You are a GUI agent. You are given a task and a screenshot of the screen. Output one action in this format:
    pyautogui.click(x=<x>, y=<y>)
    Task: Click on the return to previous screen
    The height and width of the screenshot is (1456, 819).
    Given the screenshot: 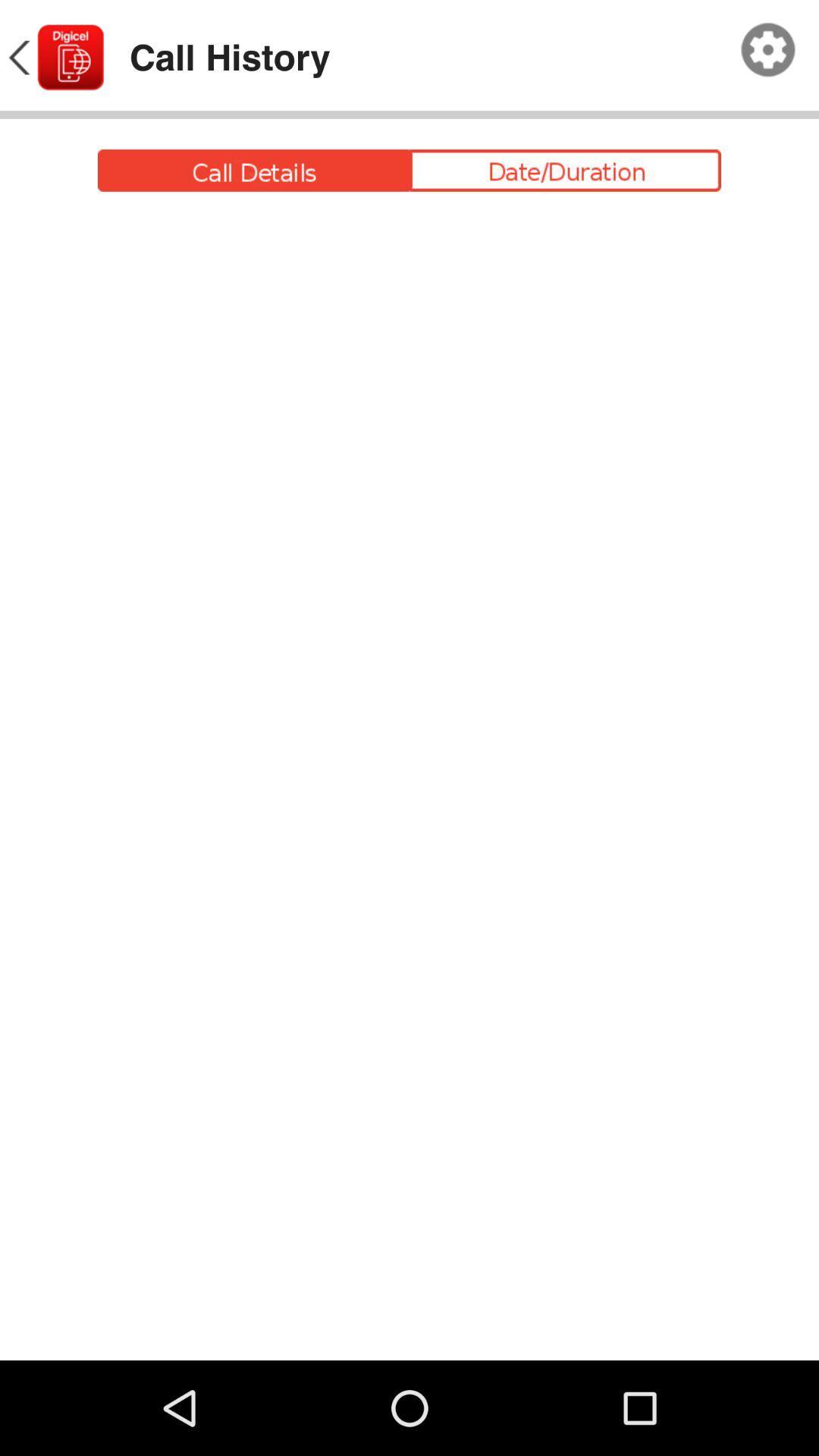 What is the action you would take?
    pyautogui.click(x=54, y=58)
    